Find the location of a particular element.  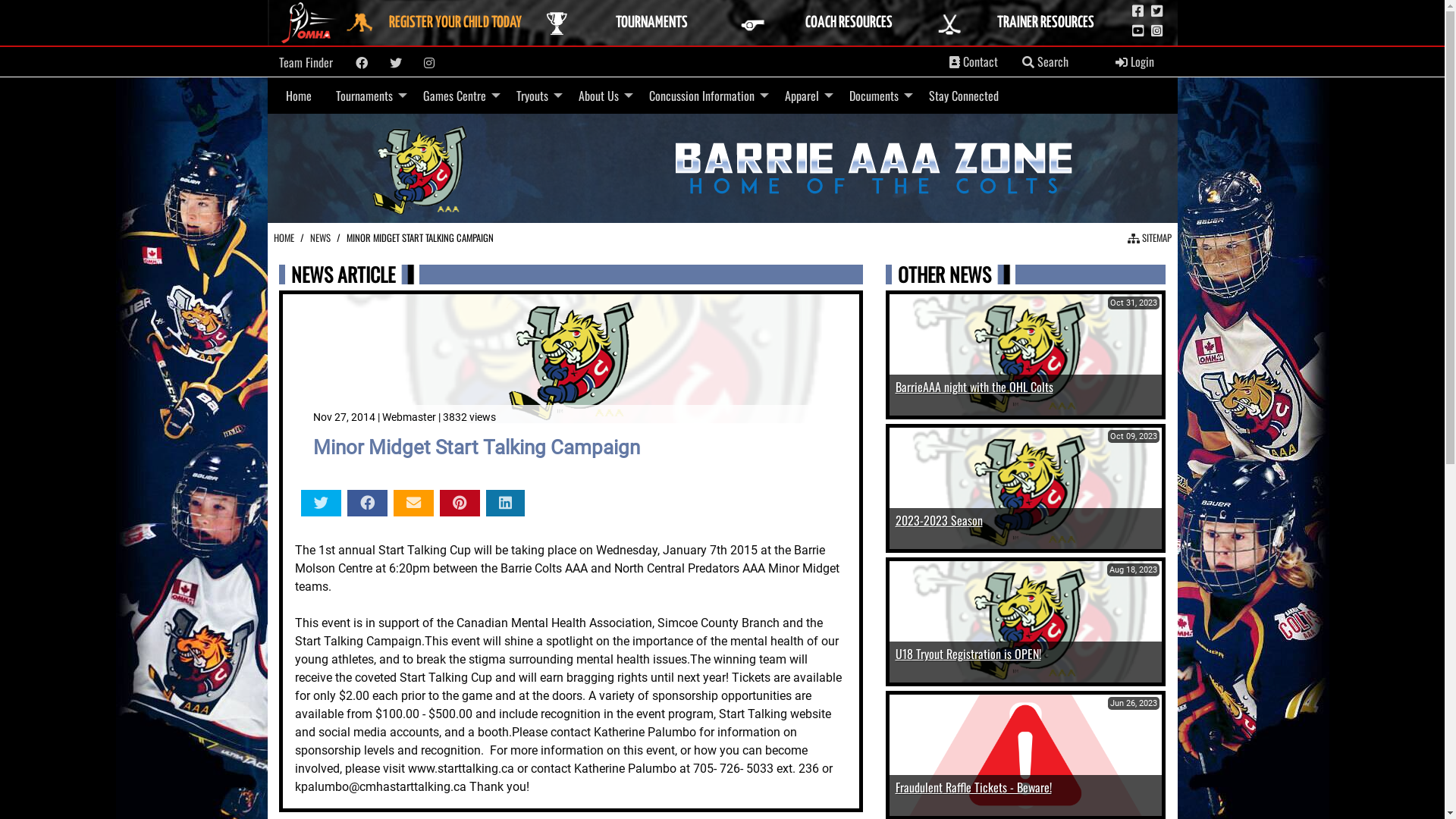

'Link to OMHA Website' is located at coordinates (309, 23).